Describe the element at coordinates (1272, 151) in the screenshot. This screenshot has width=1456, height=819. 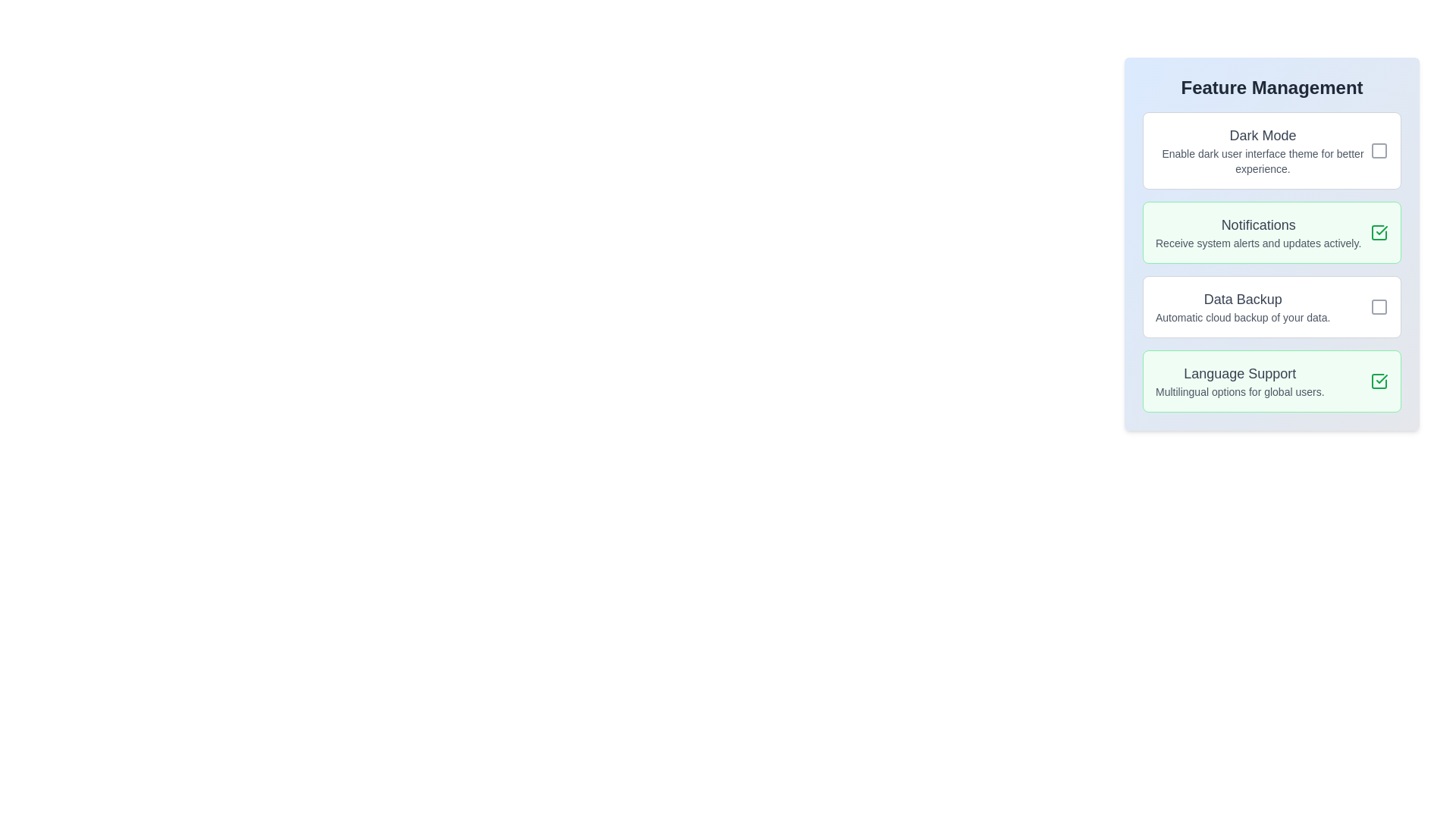
I see `the description of the selected feature for better readability` at that location.